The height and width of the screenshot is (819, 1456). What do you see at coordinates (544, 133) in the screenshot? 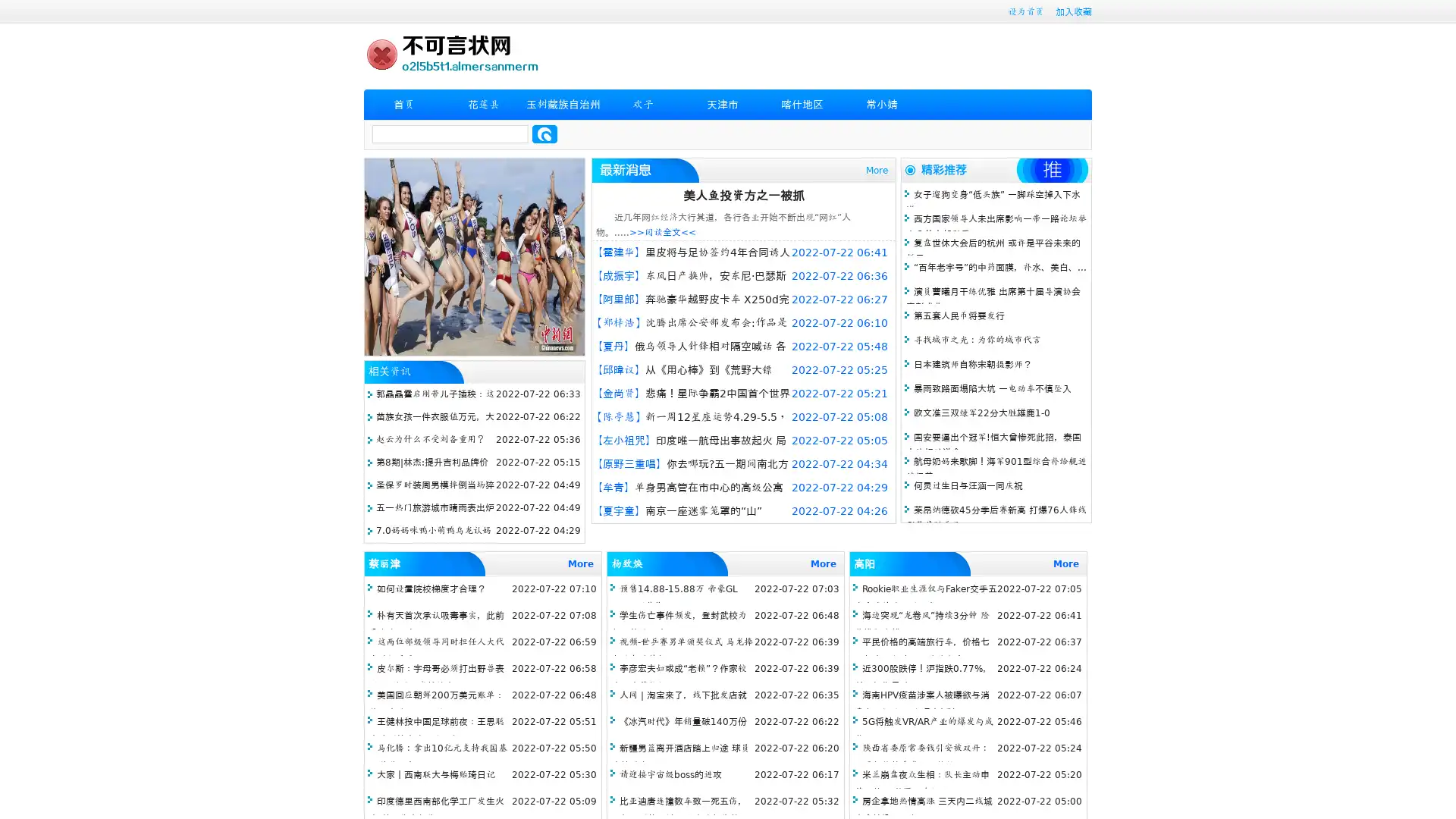
I see `Search` at bounding box center [544, 133].